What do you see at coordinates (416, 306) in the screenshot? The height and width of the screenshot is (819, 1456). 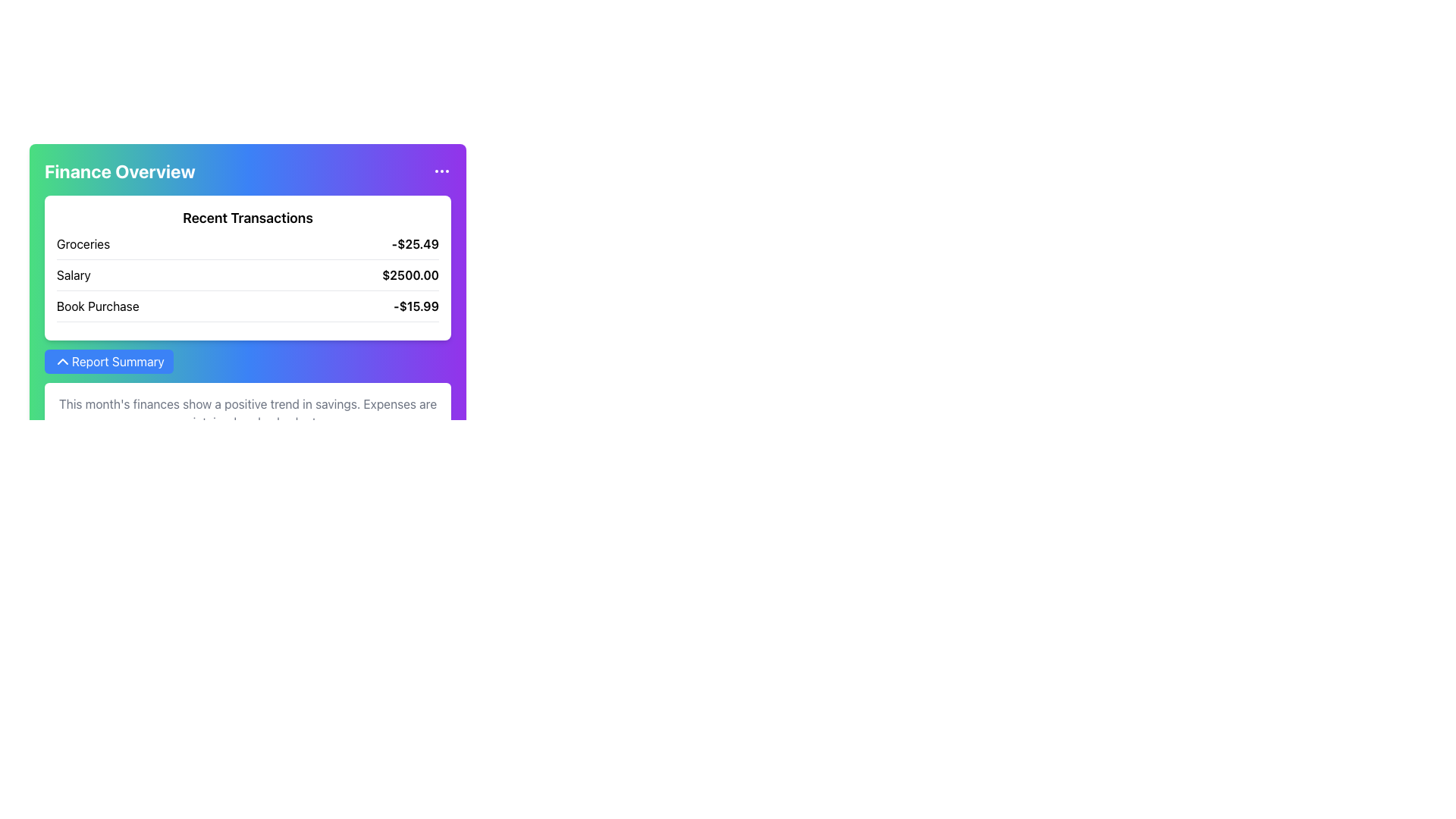 I see `the text label displaying '-$15.99' which is located to the right of the 'Book Purchase' item in the 'Recent Transactions' section of the 'Finance Overview' card` at bounding box center [416, 306].